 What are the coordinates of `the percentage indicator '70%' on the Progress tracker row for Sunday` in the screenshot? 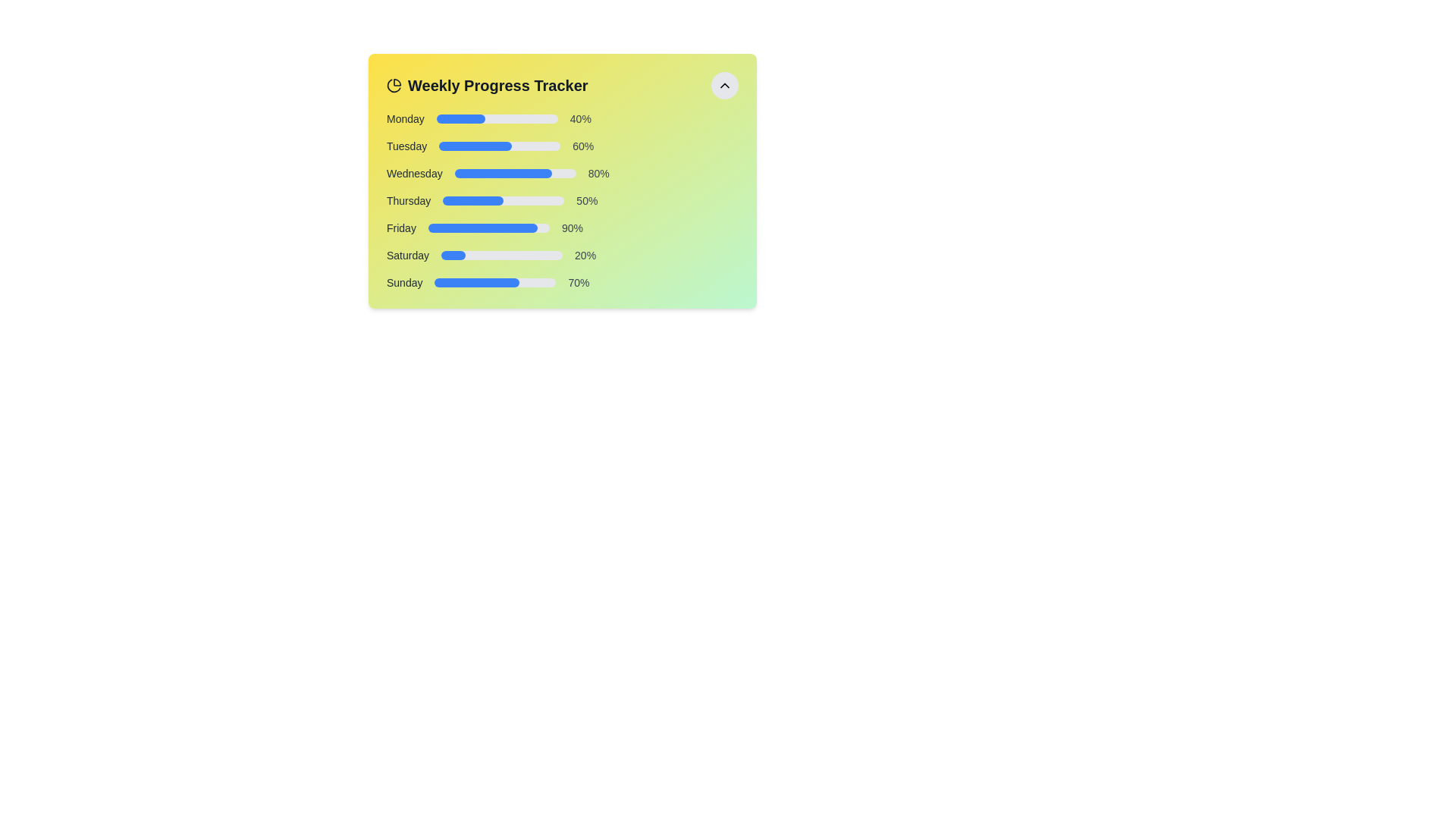 It's located at (562, 283).